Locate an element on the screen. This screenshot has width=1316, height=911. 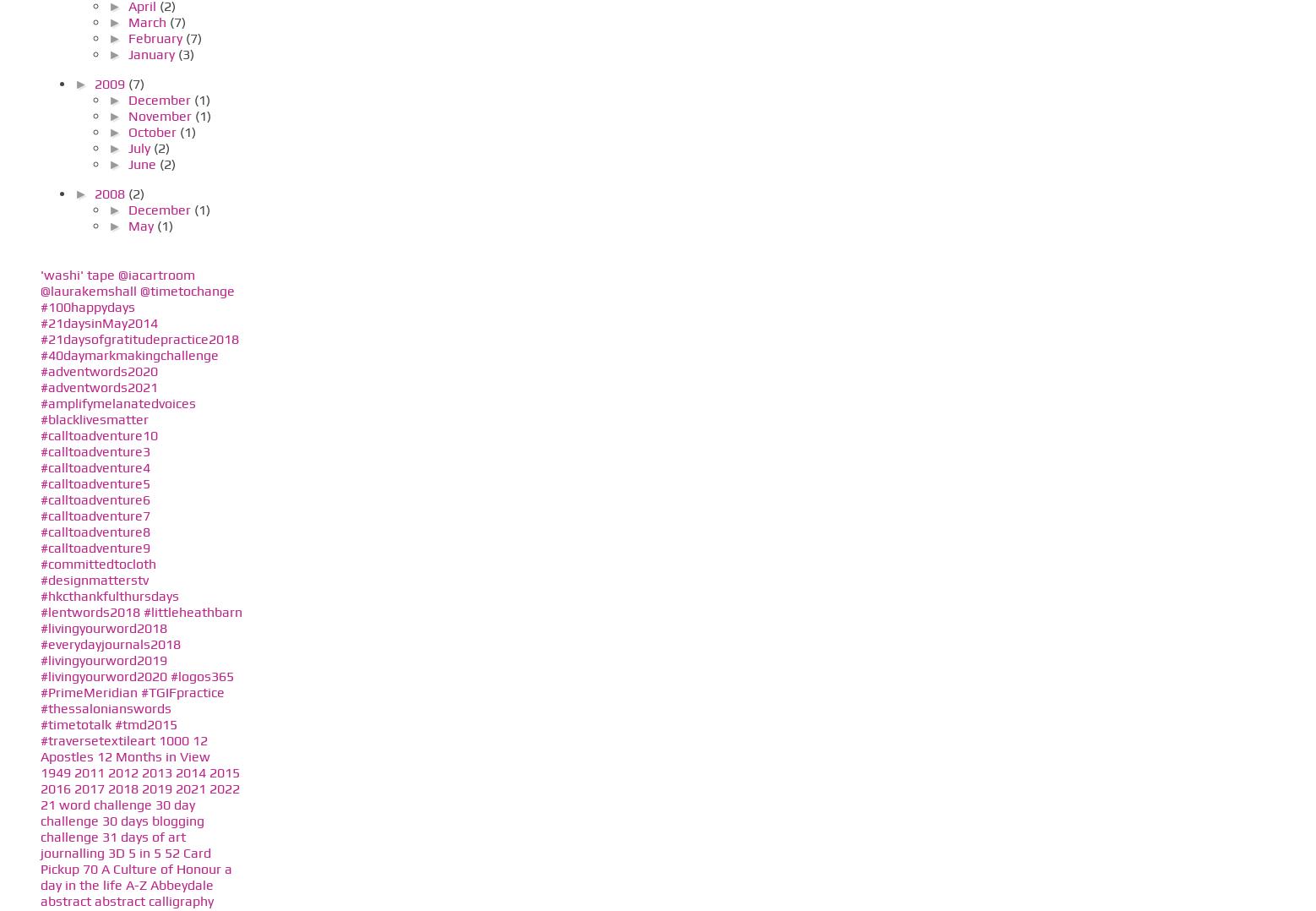
'@laurakemshall' is located at coordinates (88, 289).